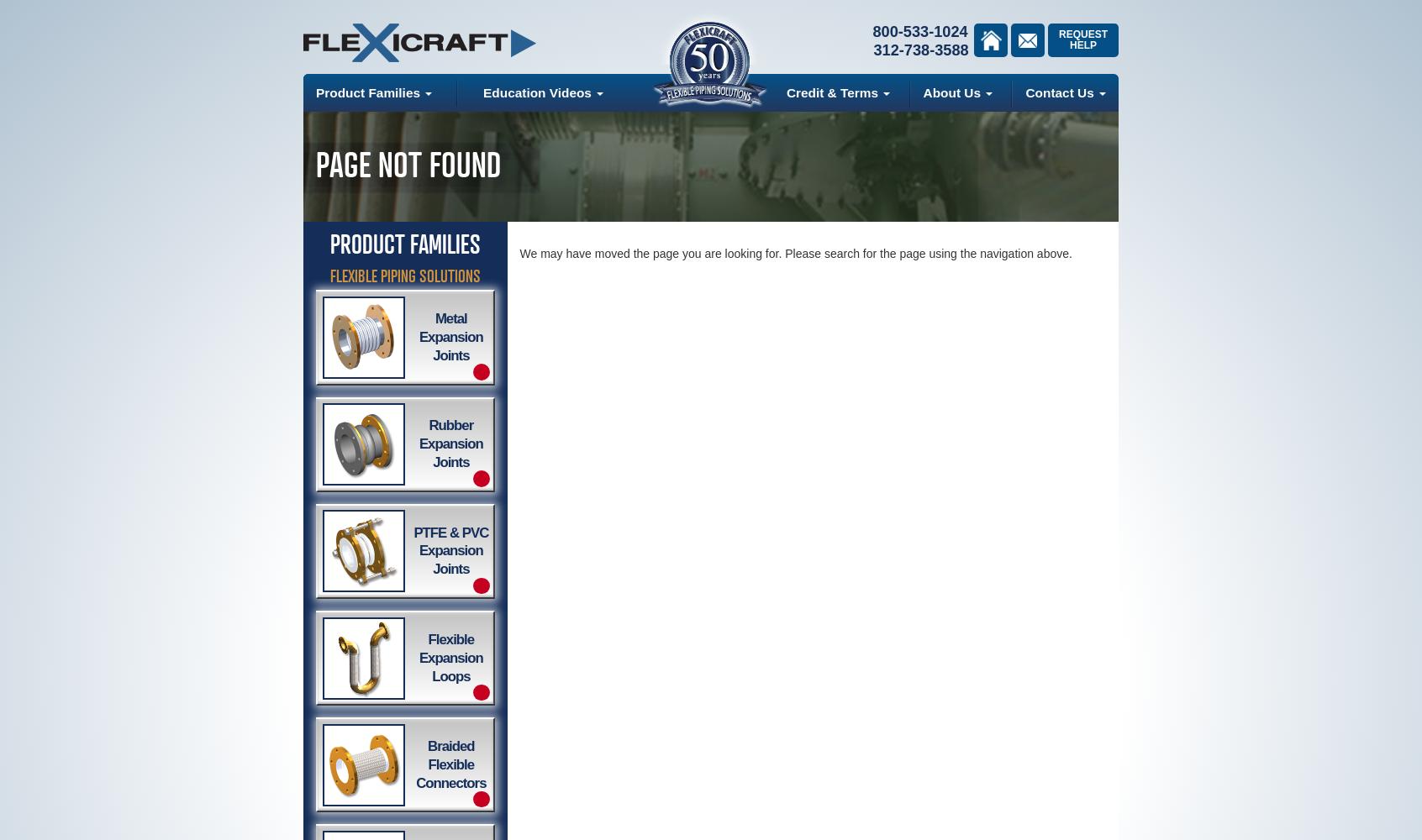 Image resolution: width=1422 pixels, height=840 pixels. Describe the element at coordinates (450, 444) in the screenshot. I see `'Rubber Expansion Joints'` at that location.